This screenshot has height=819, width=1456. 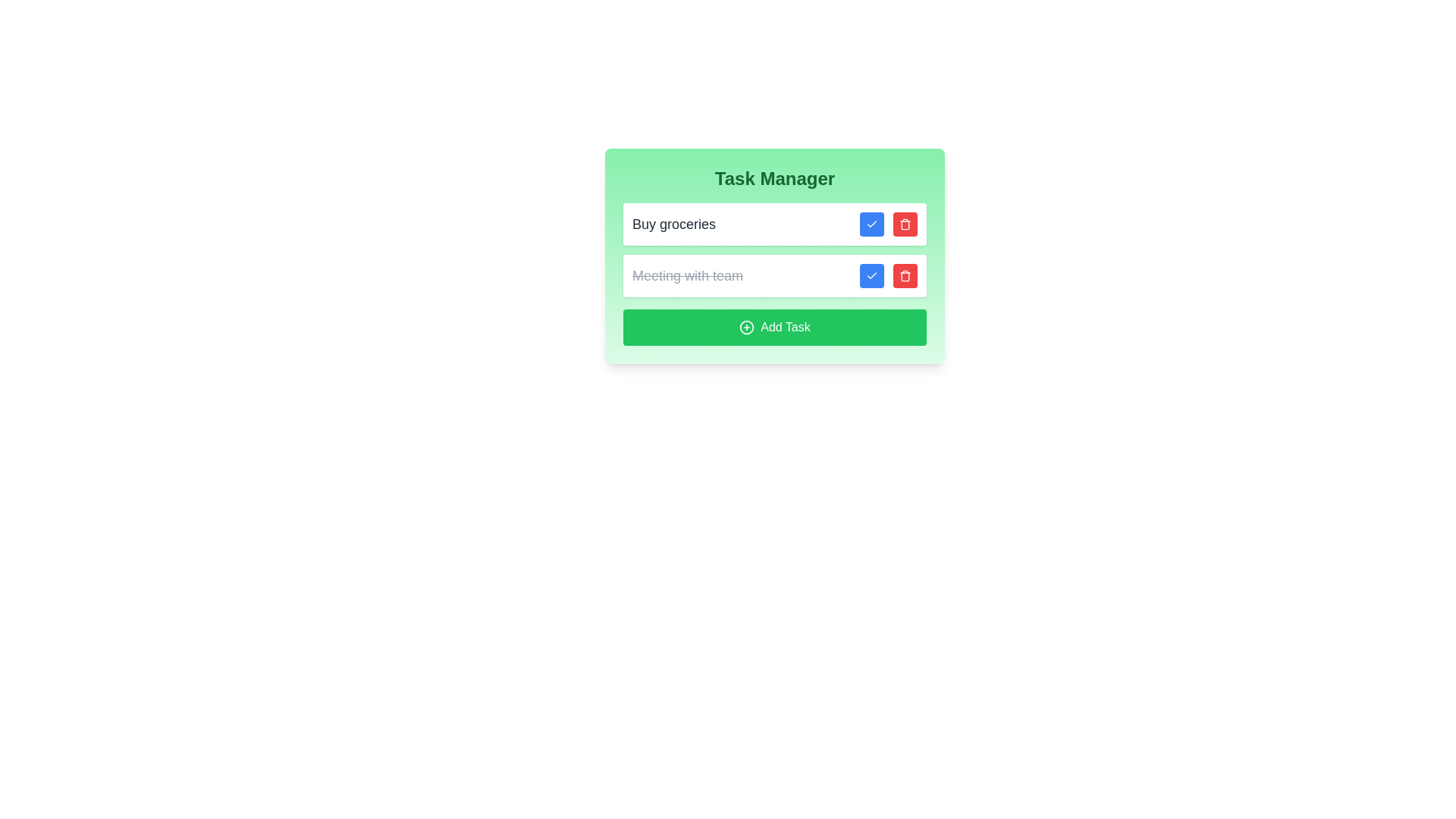 What do you see at coordinates (775, 249) in the screenshot?
I see `the interactive task item buttons within the task manager panel` at bounding box center [775, 249].